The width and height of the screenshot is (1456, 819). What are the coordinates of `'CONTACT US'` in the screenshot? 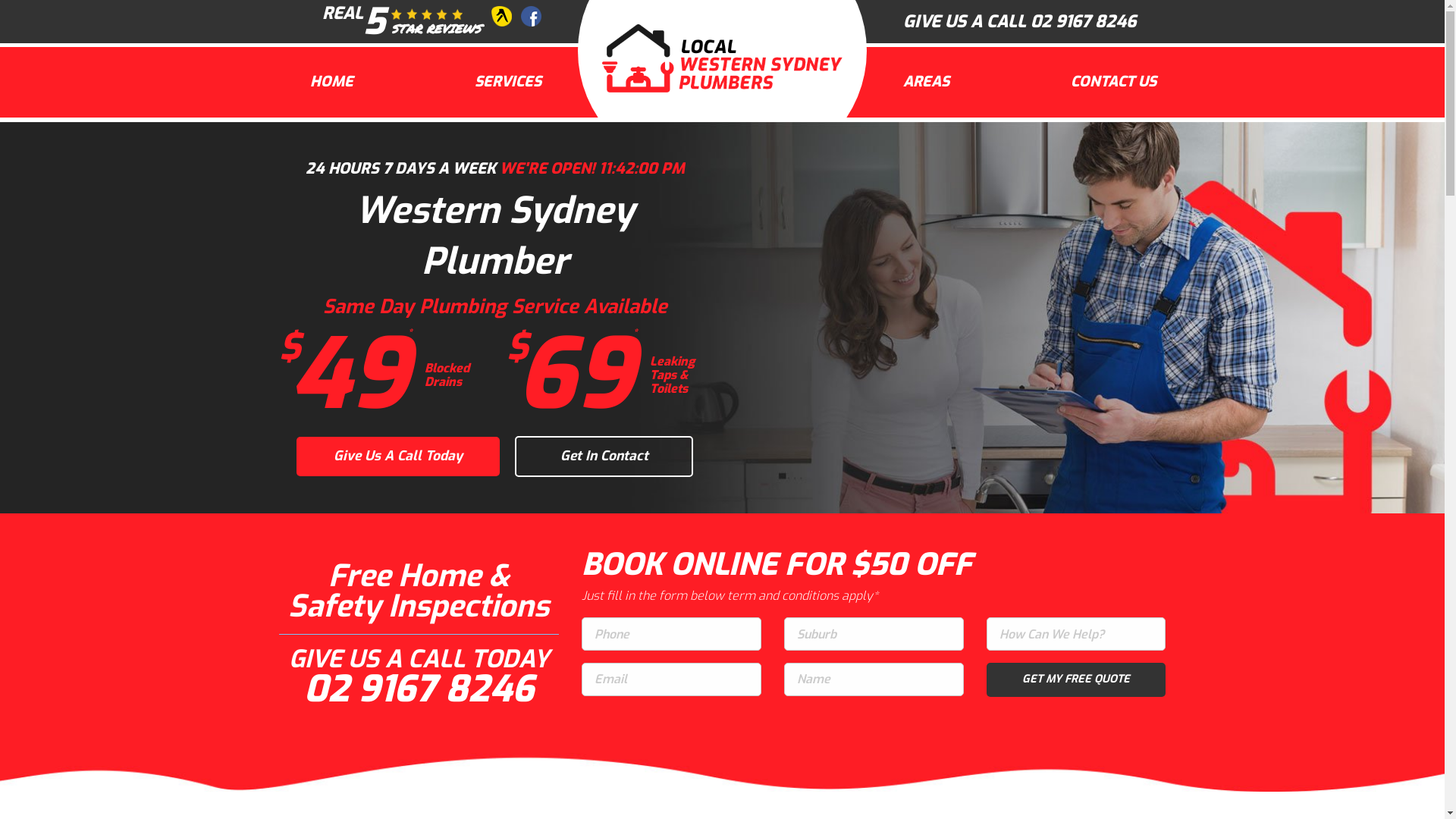 It's located at (1113, 82).